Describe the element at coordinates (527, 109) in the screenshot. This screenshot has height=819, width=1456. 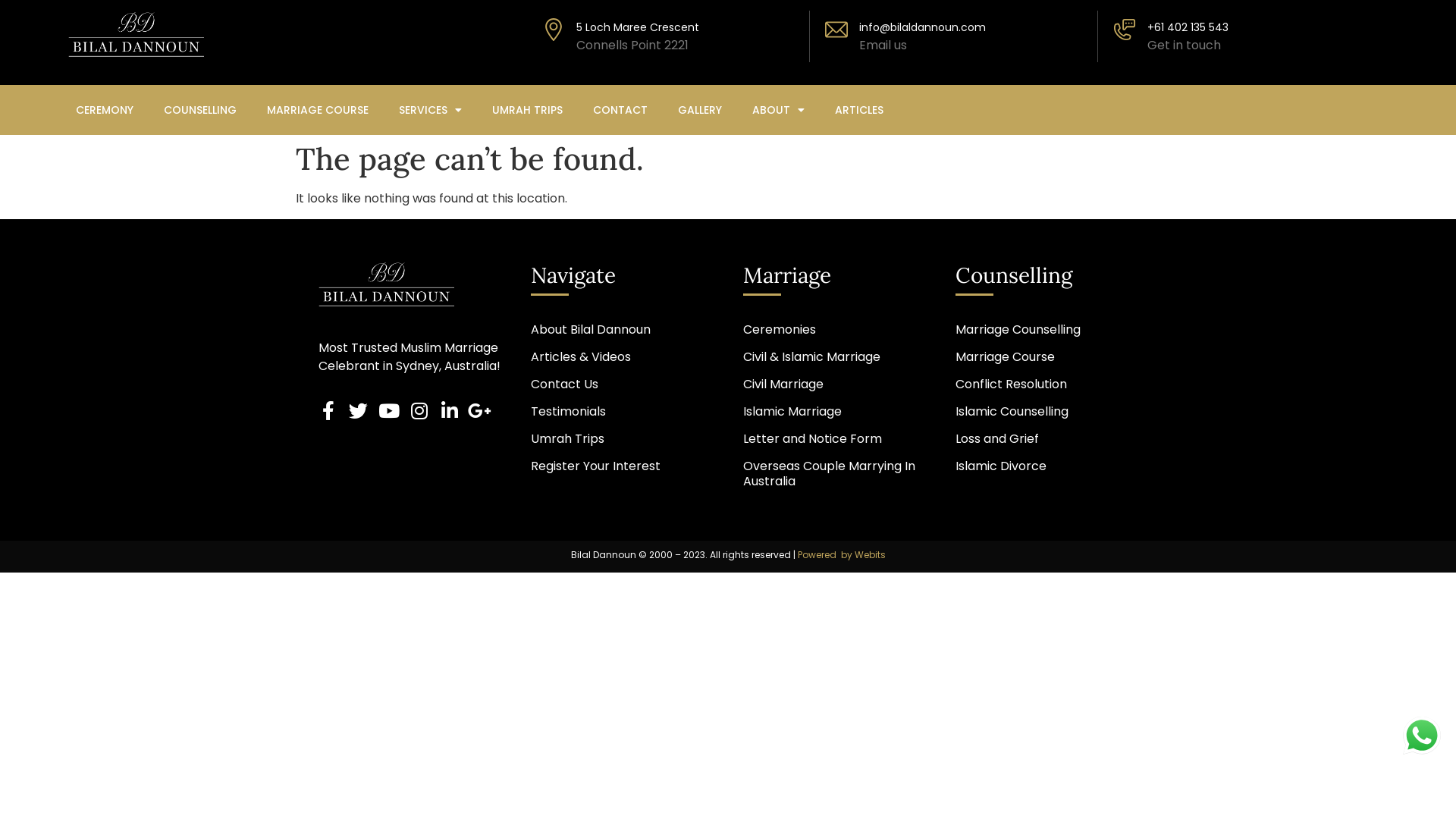
I see `'UMRAH TRIPS'` at that location.